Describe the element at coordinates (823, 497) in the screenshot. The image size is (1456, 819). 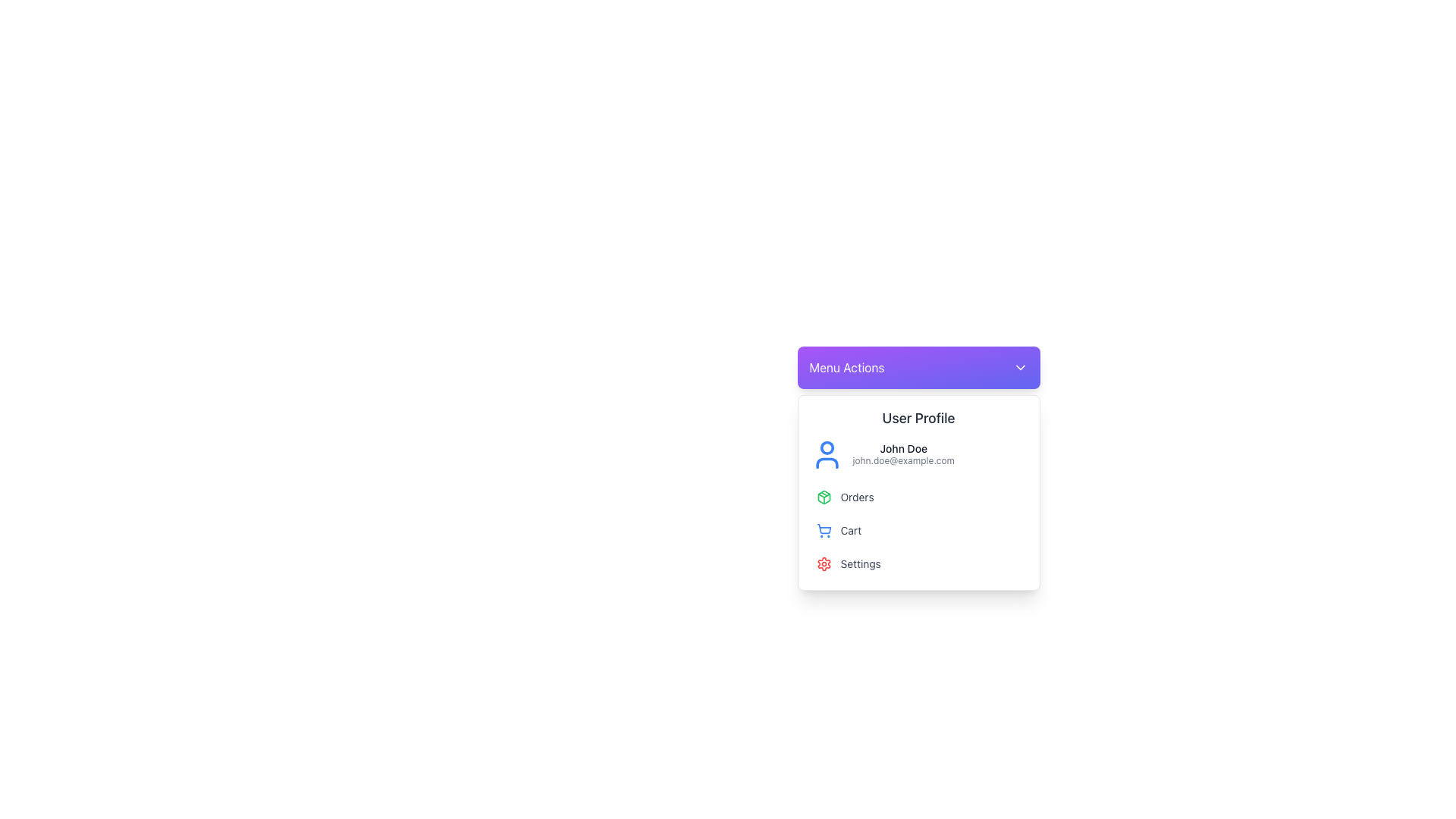
I see `the decorative icon for the 'Orders' menu action, which is located within the vertical list of menu actions below the 'User Profile' section` at that location.